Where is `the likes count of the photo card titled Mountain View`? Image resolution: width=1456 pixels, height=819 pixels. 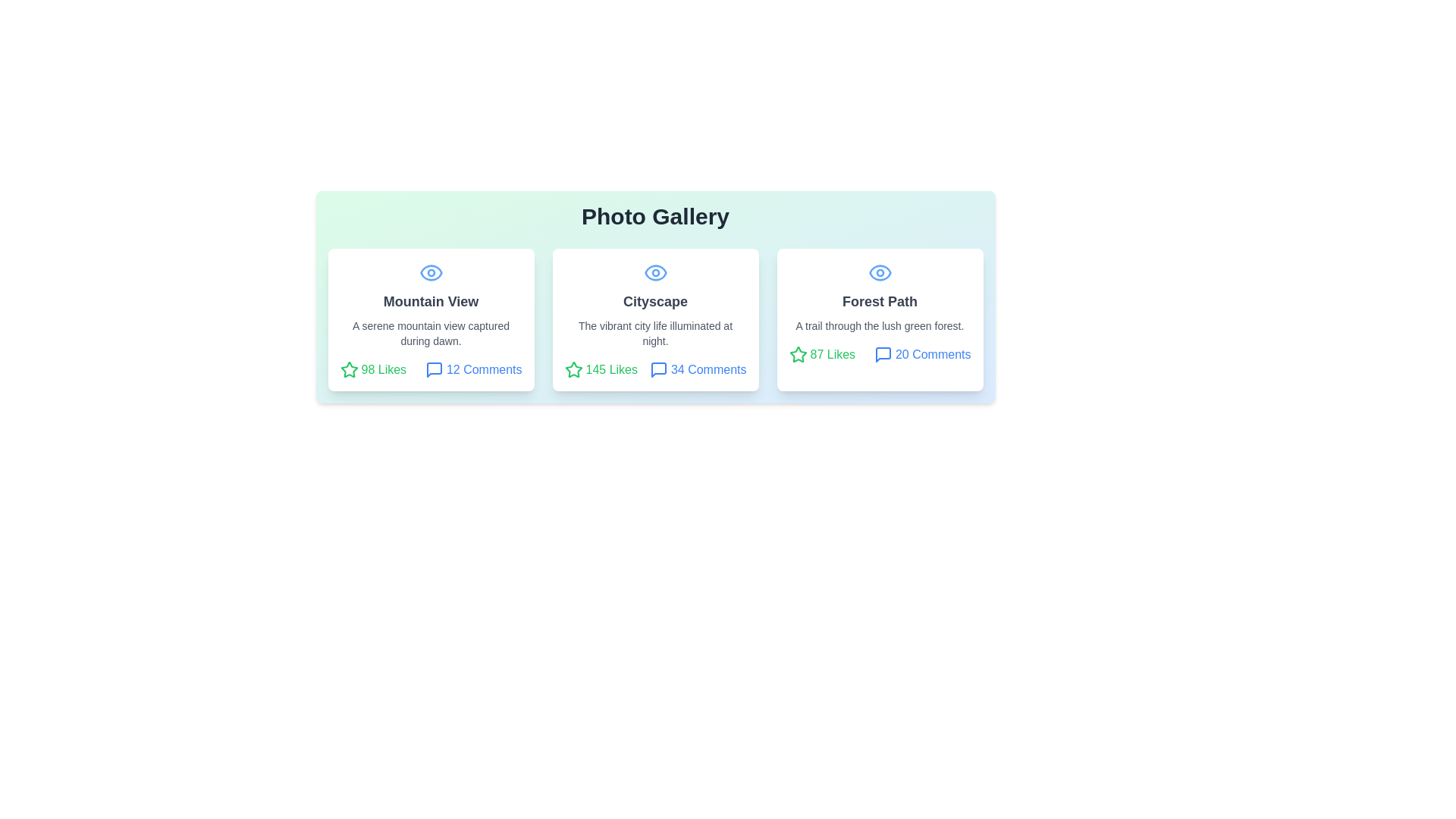 the likes count of the photo card titled Mountain View is located at coordinates (373, 370).